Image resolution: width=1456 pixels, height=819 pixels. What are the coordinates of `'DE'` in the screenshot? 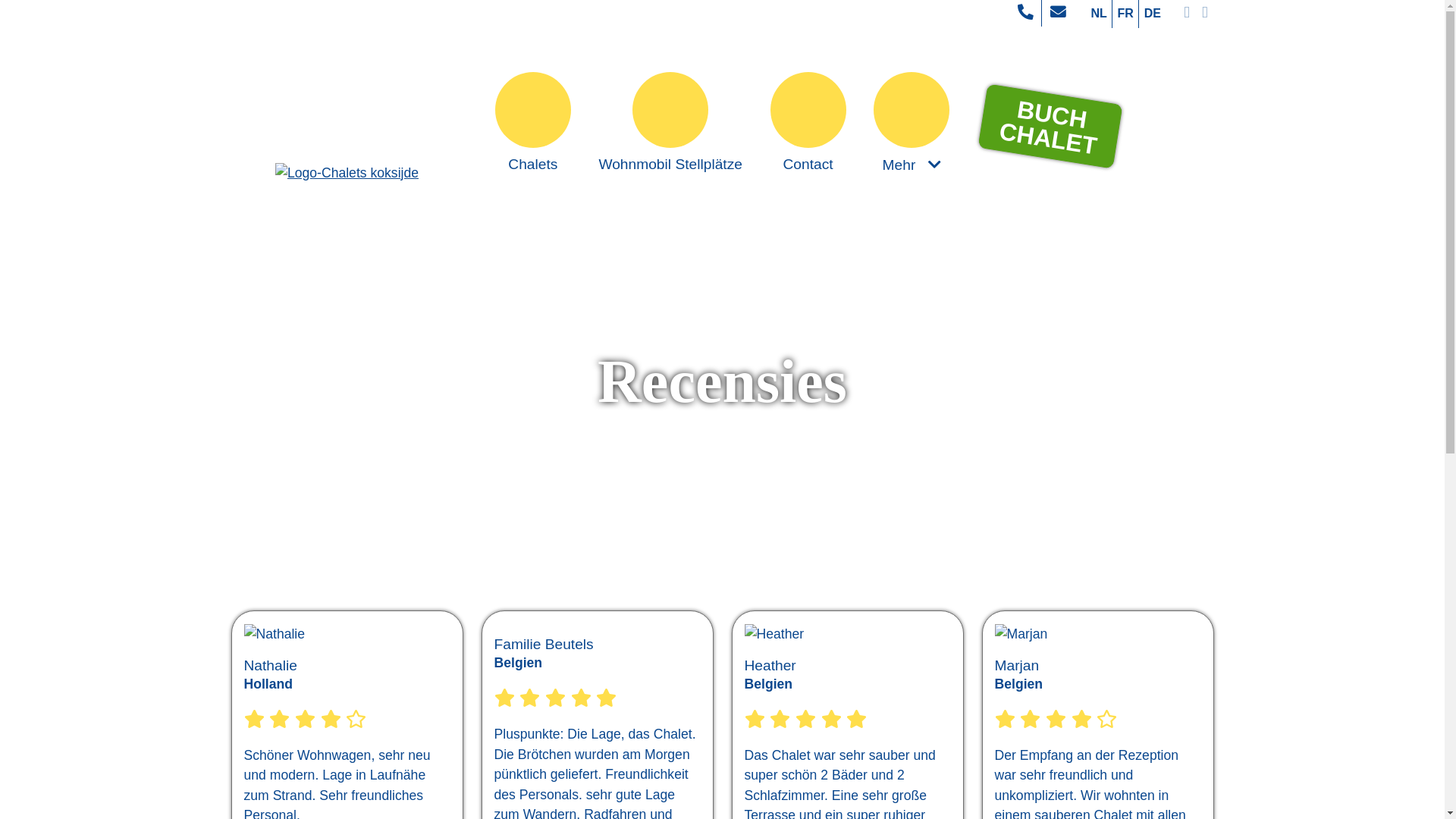 It's located at (1152, 14).